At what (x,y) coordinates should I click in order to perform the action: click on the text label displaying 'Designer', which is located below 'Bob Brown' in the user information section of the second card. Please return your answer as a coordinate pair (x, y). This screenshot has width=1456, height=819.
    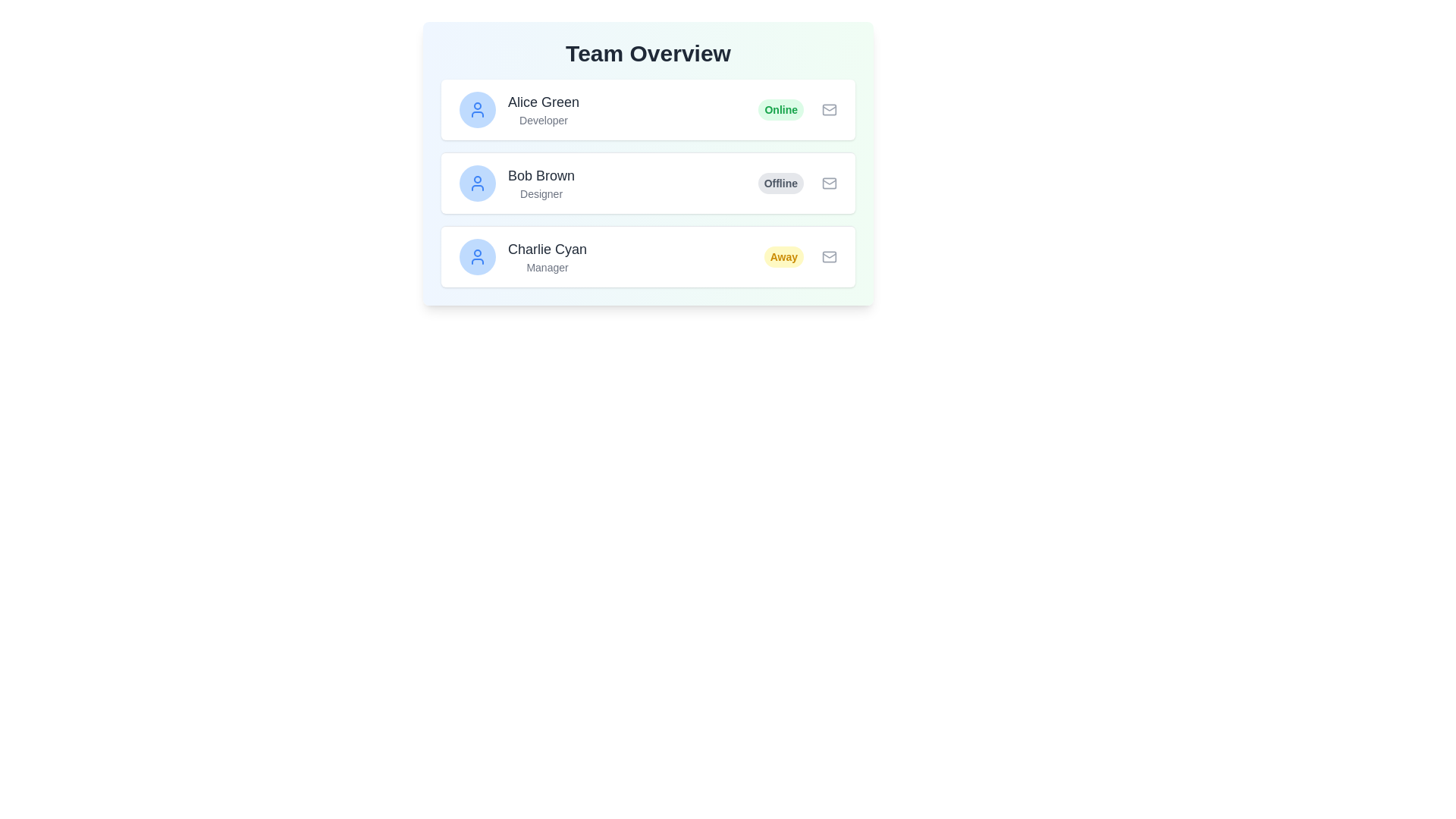
    Looking at the image, I should click on (541, 193).